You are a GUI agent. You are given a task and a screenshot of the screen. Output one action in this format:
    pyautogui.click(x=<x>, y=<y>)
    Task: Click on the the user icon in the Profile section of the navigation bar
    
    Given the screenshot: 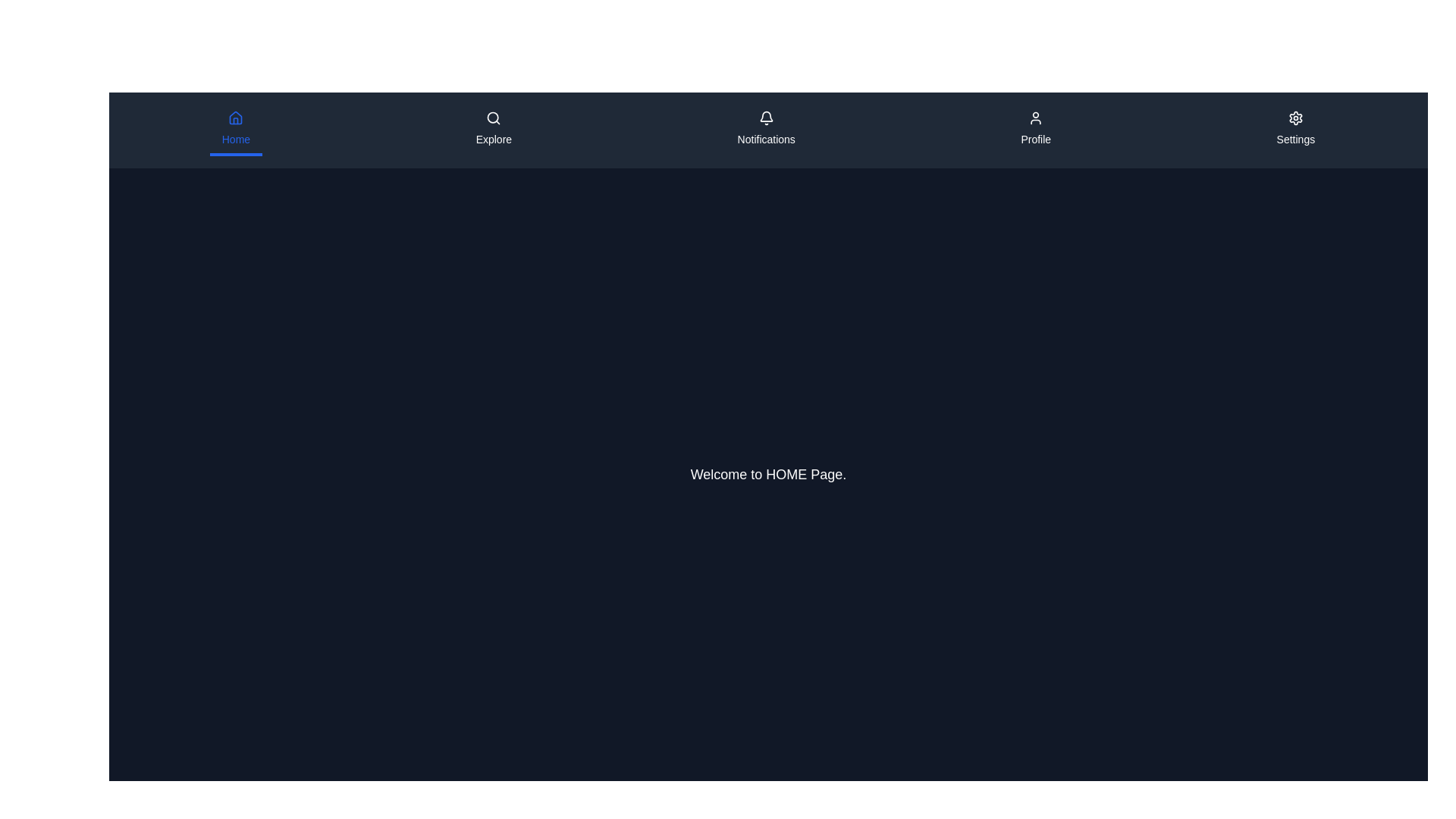 What is the action you would take?
    pyautogui.click(x=1035, y=117)
    